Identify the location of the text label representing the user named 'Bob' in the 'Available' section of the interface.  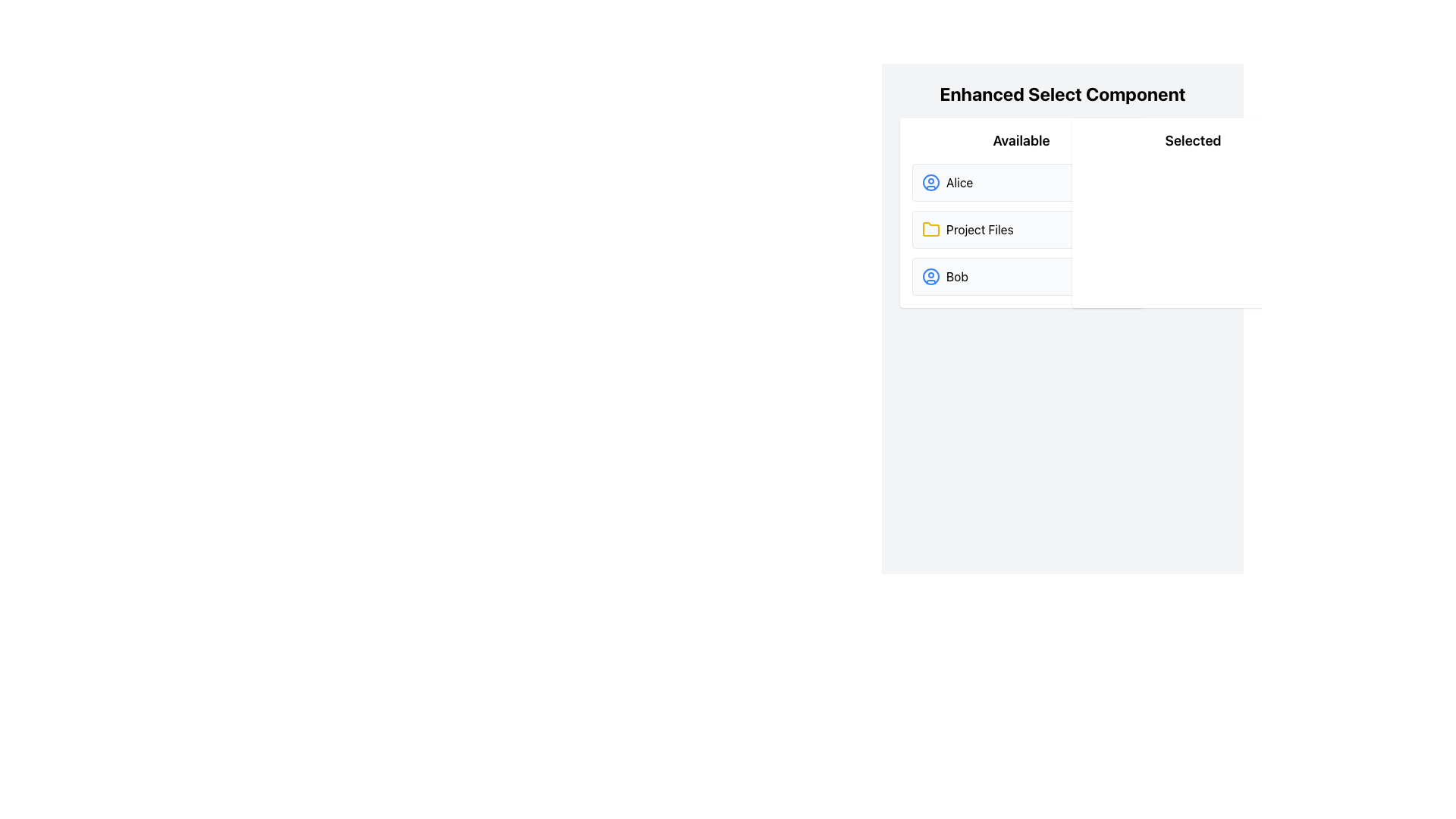
(956, 277).